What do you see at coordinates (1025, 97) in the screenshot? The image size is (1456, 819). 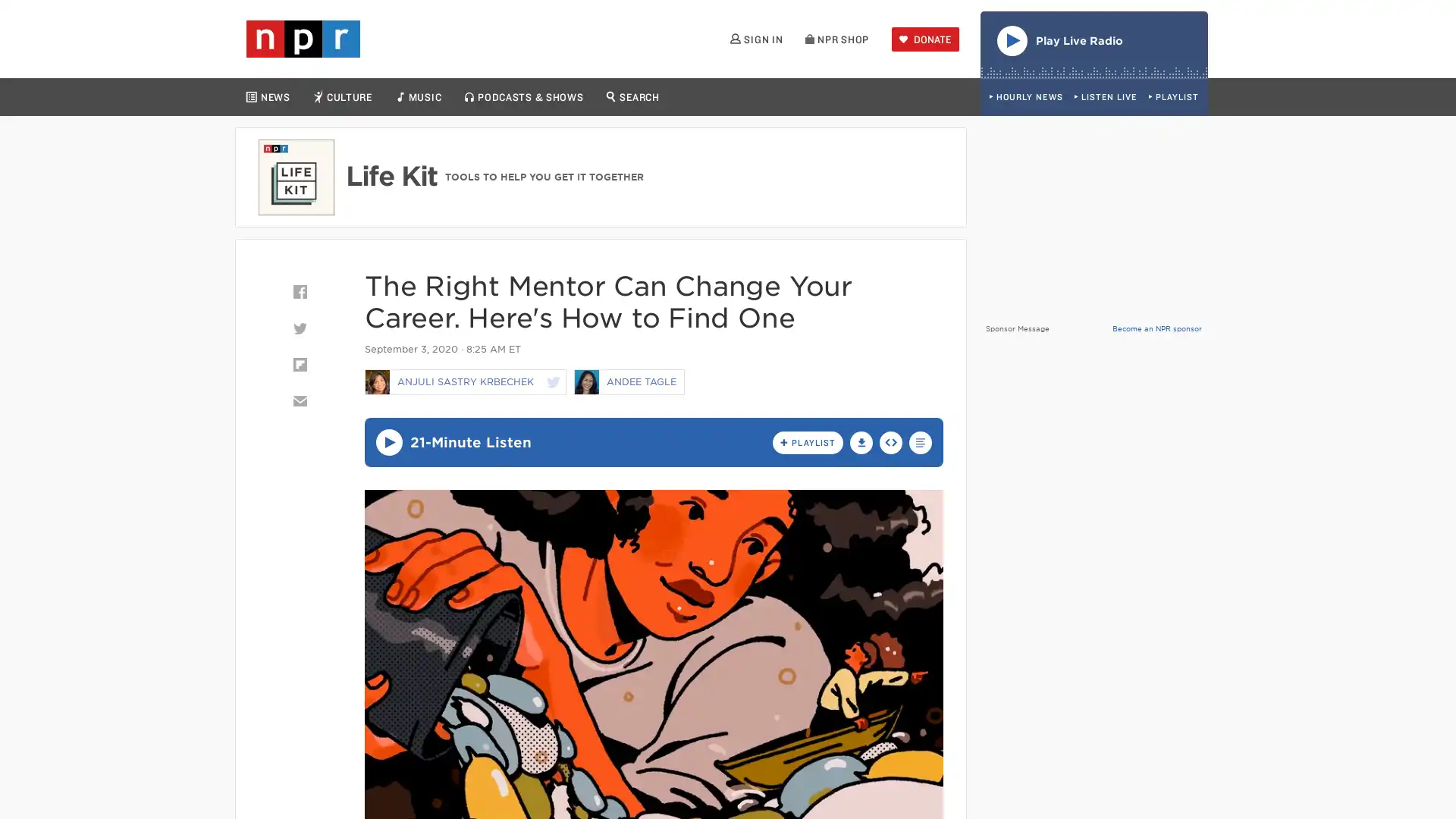 I see `HOURLY NEWS` at bounding box center [1025, 97].